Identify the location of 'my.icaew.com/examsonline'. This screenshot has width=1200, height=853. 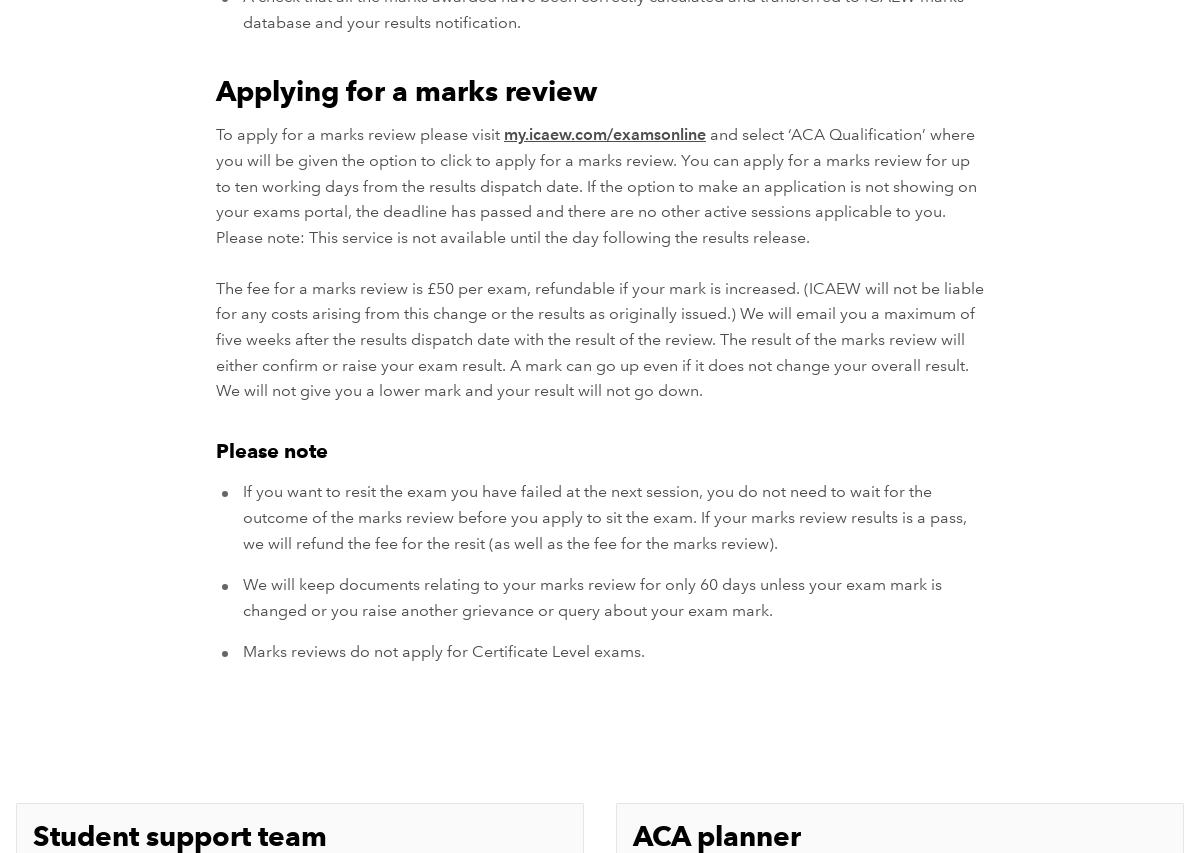
(503, 133).